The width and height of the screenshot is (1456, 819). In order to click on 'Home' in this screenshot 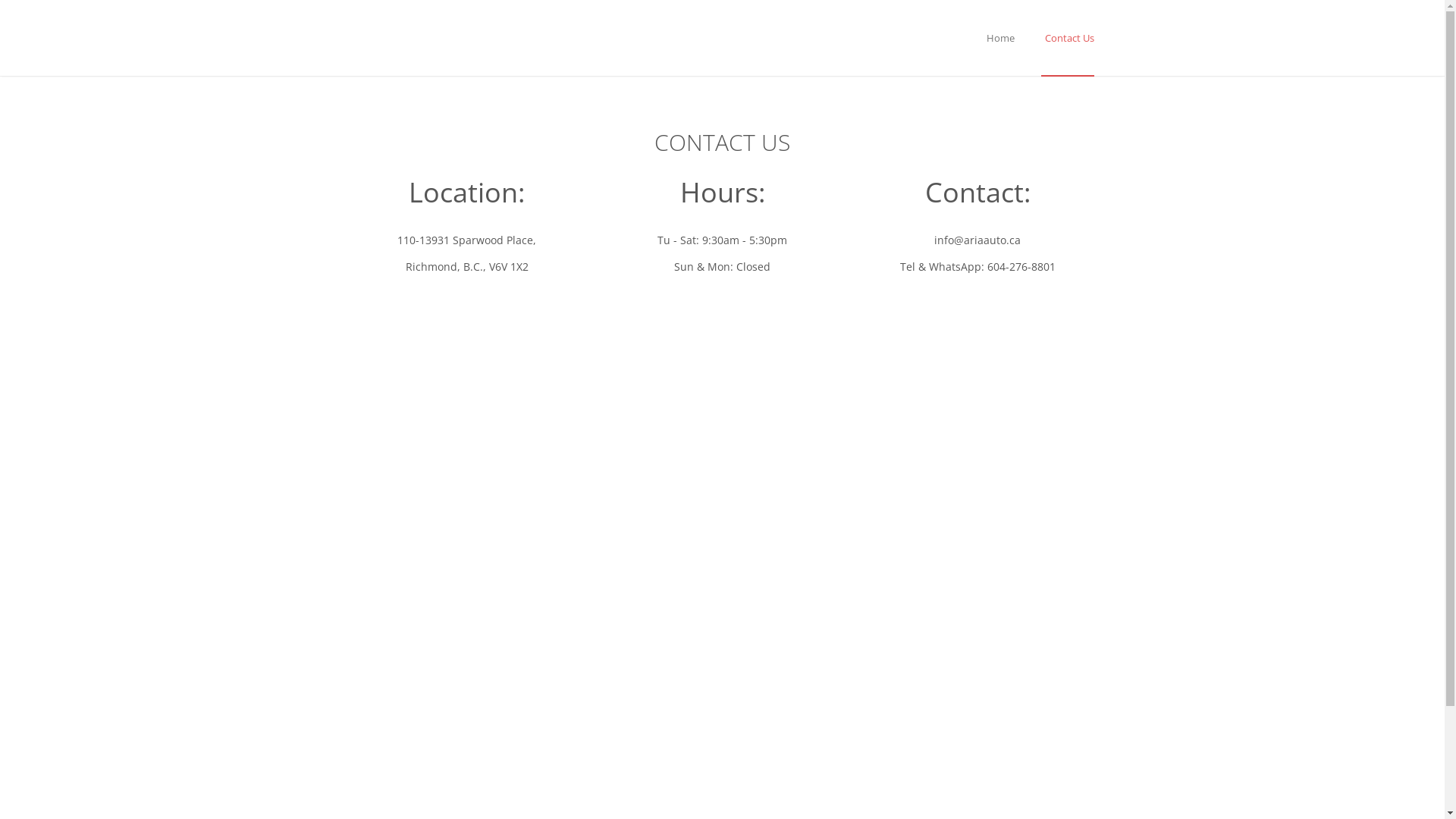, I will do `click(1000, 37)`.